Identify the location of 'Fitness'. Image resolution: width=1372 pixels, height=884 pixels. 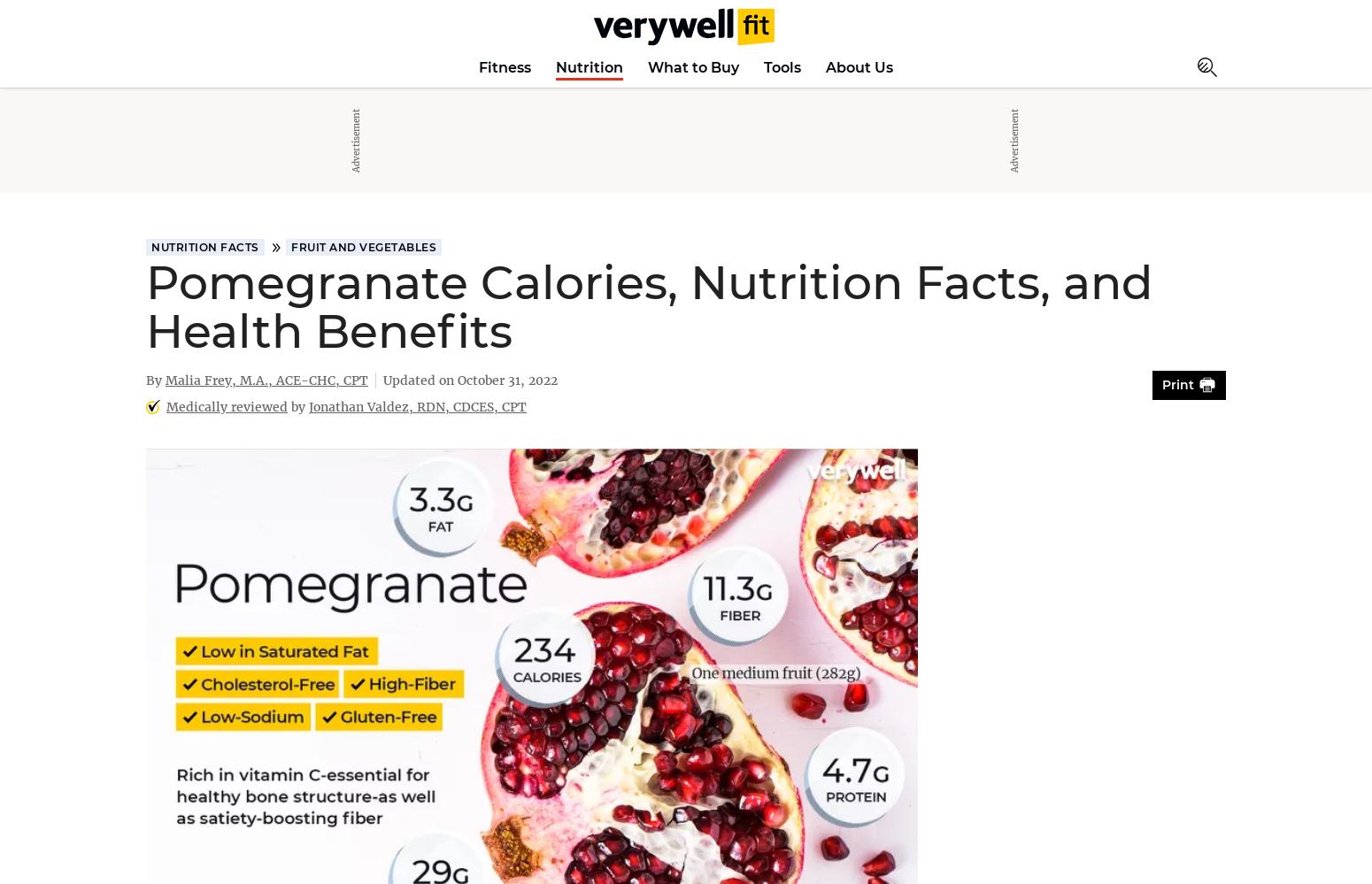
(477, 66).